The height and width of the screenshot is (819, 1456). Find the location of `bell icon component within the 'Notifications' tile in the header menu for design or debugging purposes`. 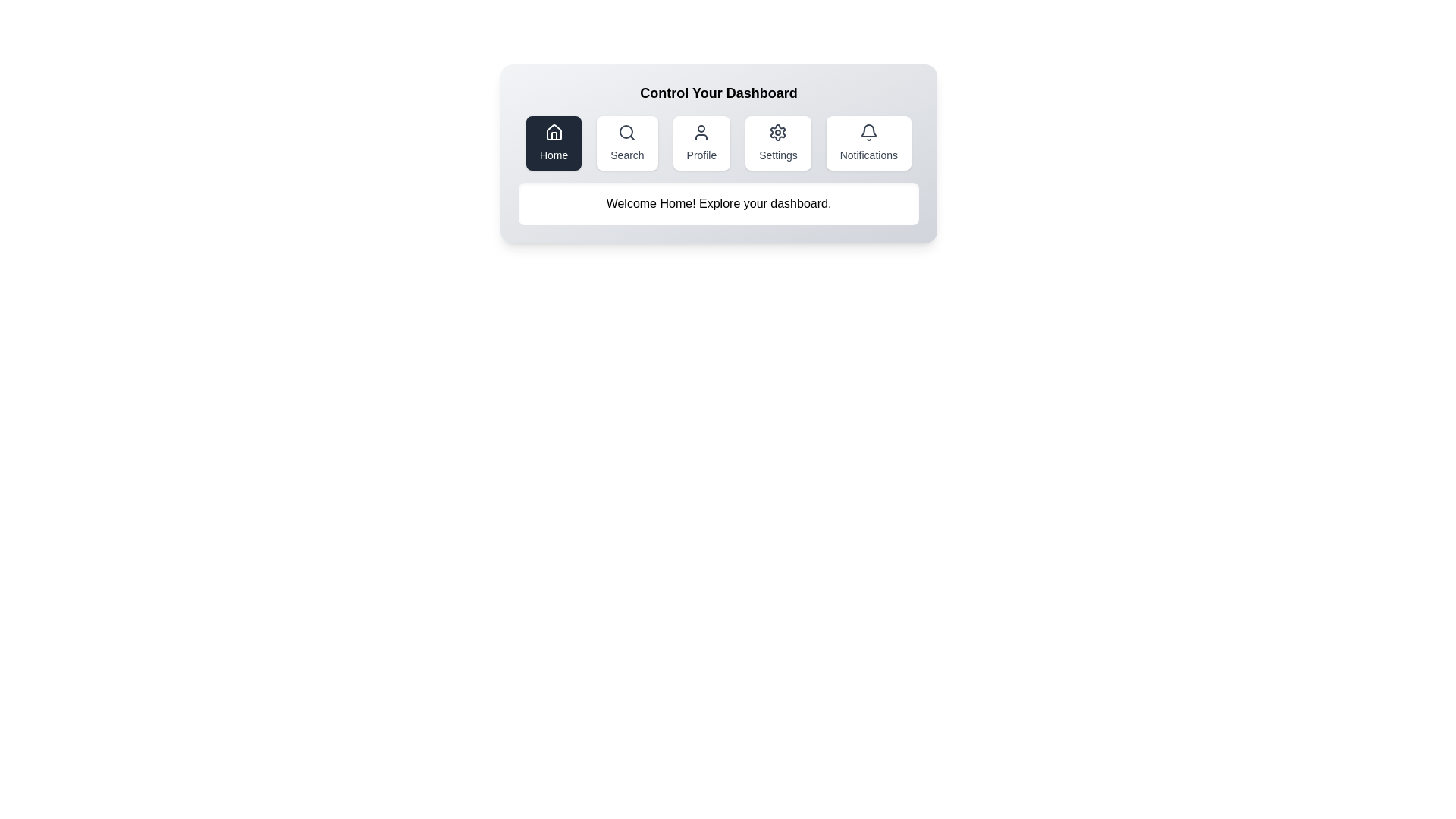

bell icon component within the 'Notifications' tile in the header menu for design or debugging purposes is located at coordinates (868, 130).